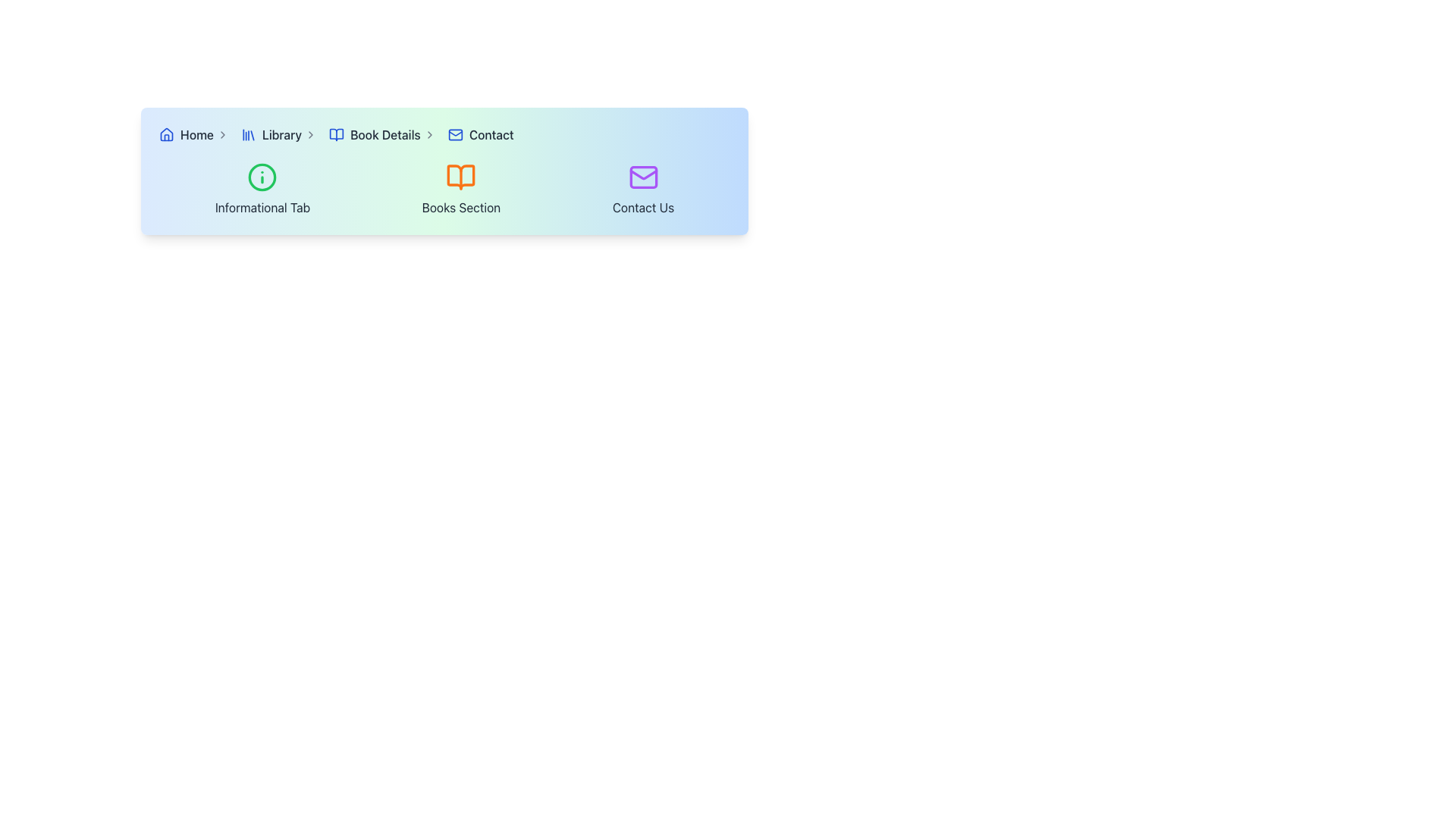 The width and height of the screenshot is (1456, 819). Describe the element at coordinates (444, 133) in the screenshot. I see `the Breadcrumb Navigation links` at that location.